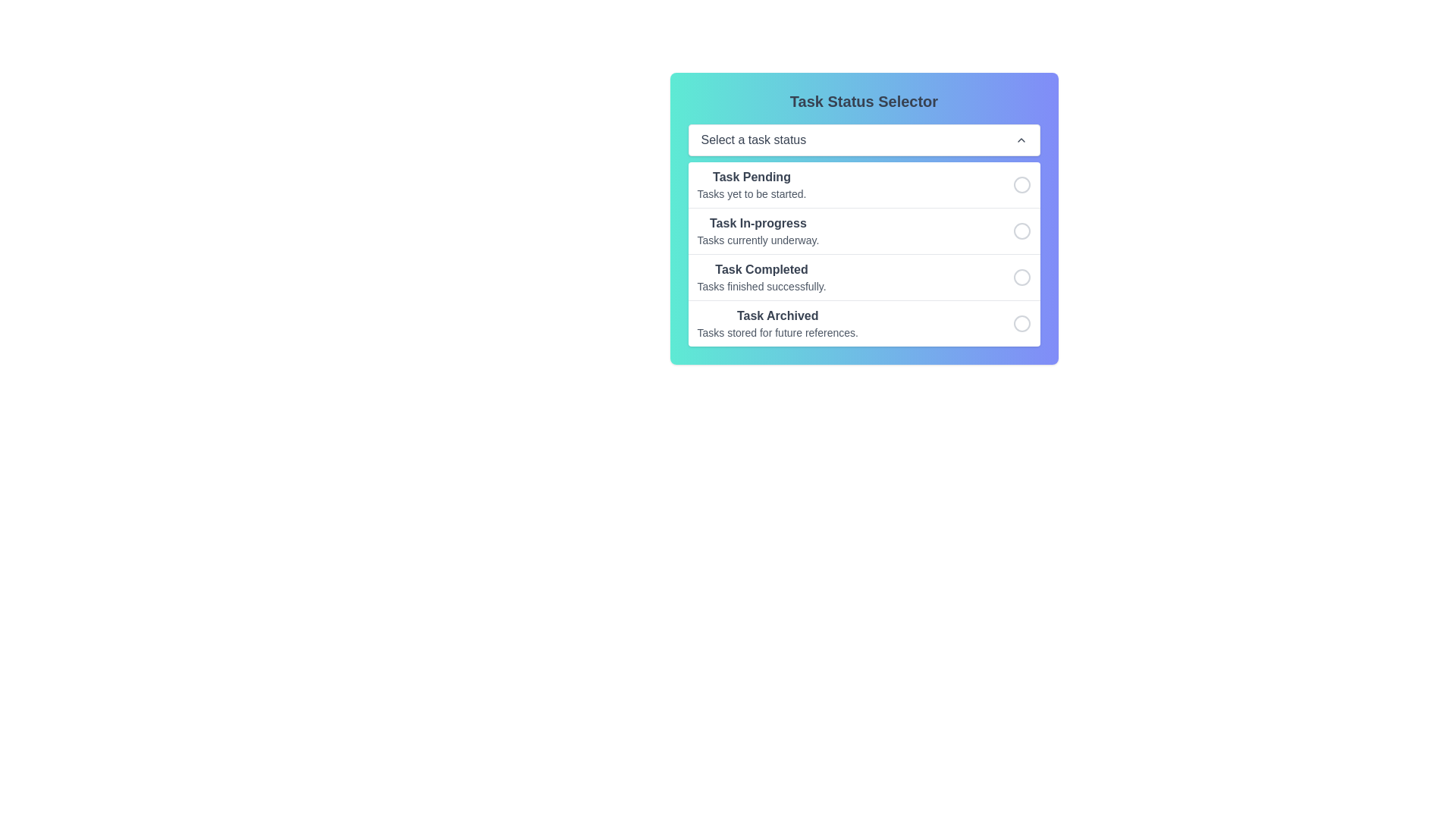  Describe the element at coordinates (761, 278) in the screenshot. I see `the text label indicating 'Task Completed', which is the third item in the task status list, displaying a bold title and a subtitle` at that location.